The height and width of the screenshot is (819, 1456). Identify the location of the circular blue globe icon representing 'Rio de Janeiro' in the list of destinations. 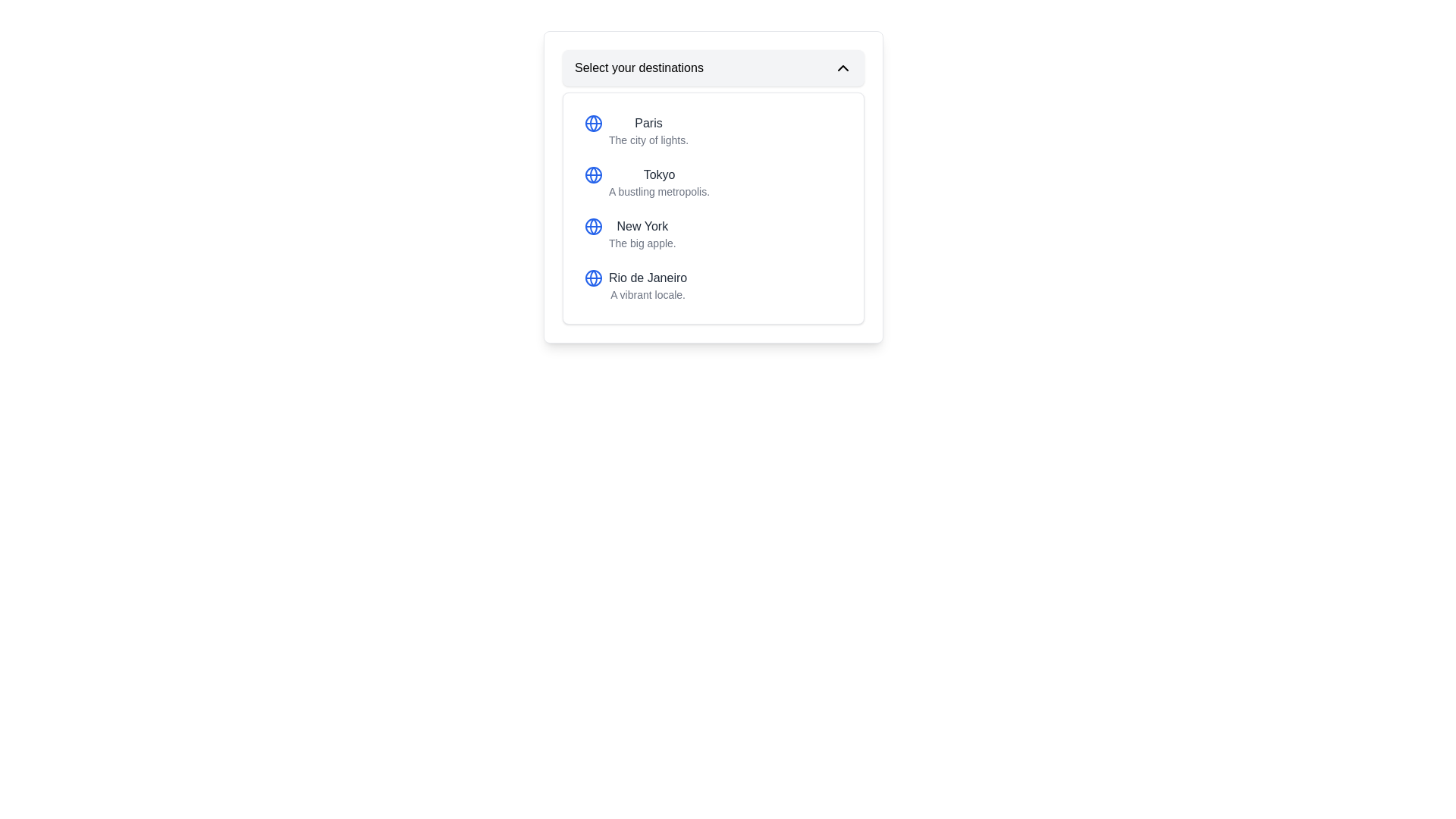
(592, 278).